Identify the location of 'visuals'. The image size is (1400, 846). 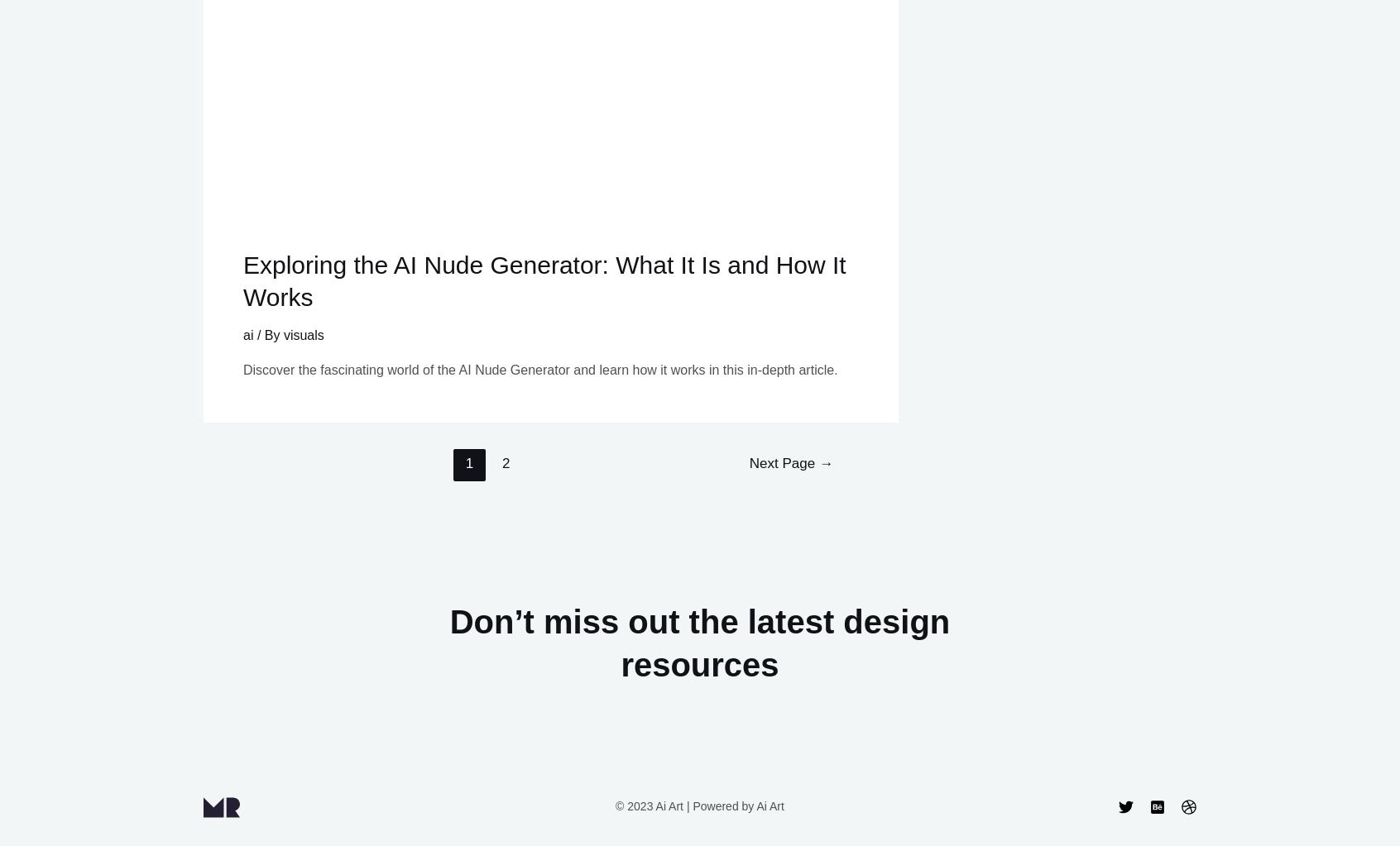
(281, 334).